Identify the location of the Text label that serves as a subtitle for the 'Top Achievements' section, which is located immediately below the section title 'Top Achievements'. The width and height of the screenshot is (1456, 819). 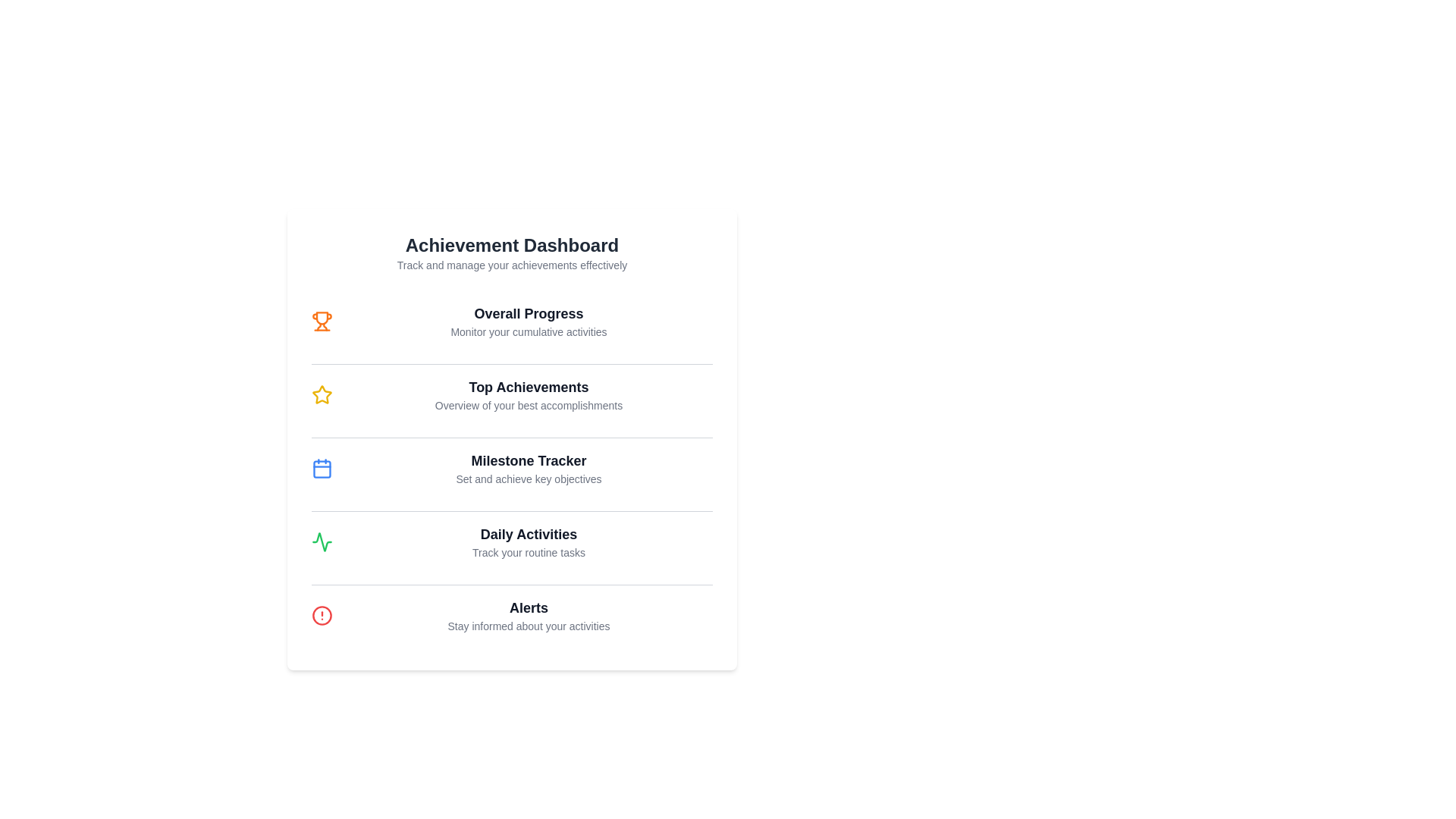
(529, 405).